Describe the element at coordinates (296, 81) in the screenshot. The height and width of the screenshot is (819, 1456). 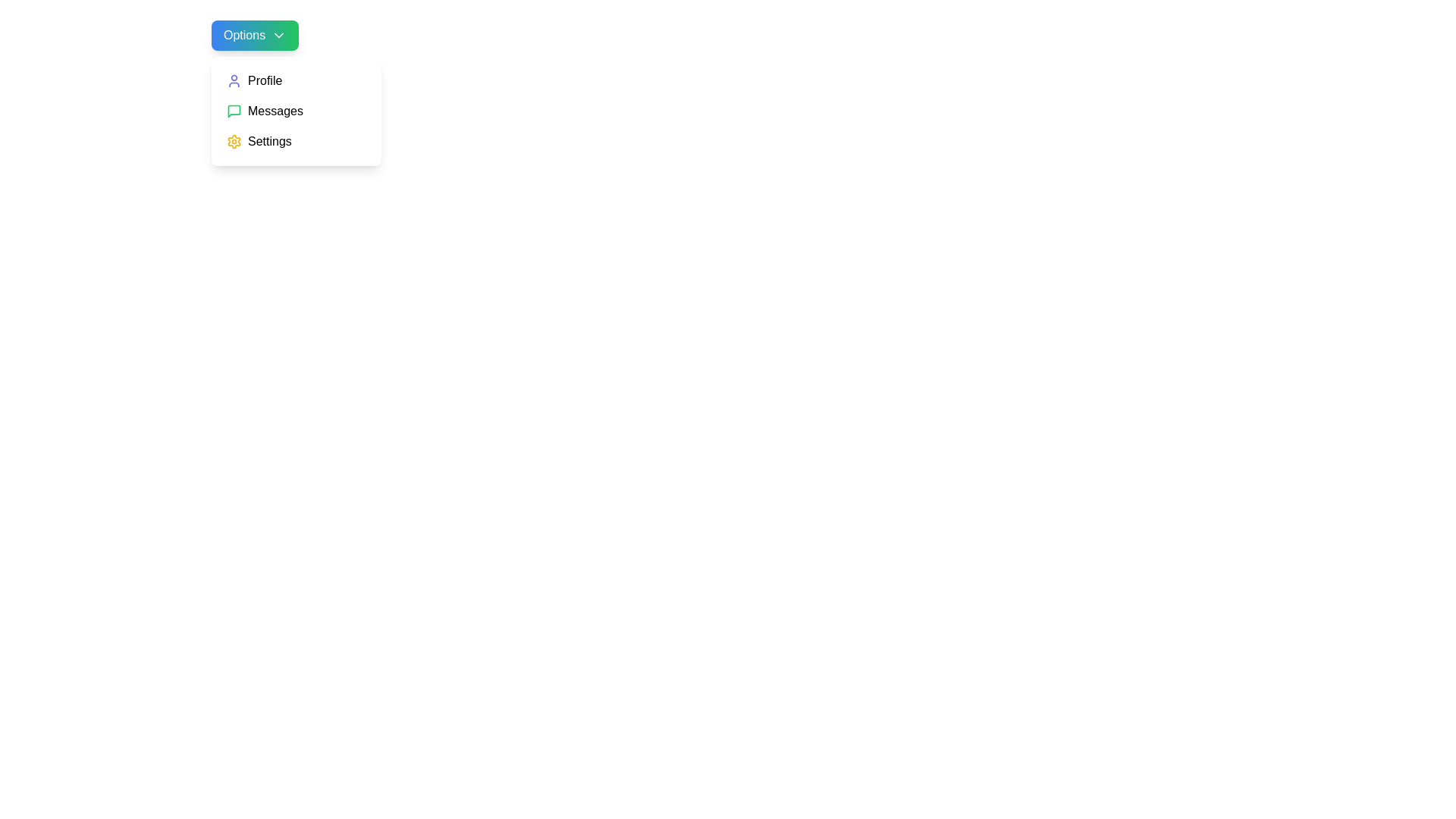
I see `the Profile option in the dropdown menu` at that location.